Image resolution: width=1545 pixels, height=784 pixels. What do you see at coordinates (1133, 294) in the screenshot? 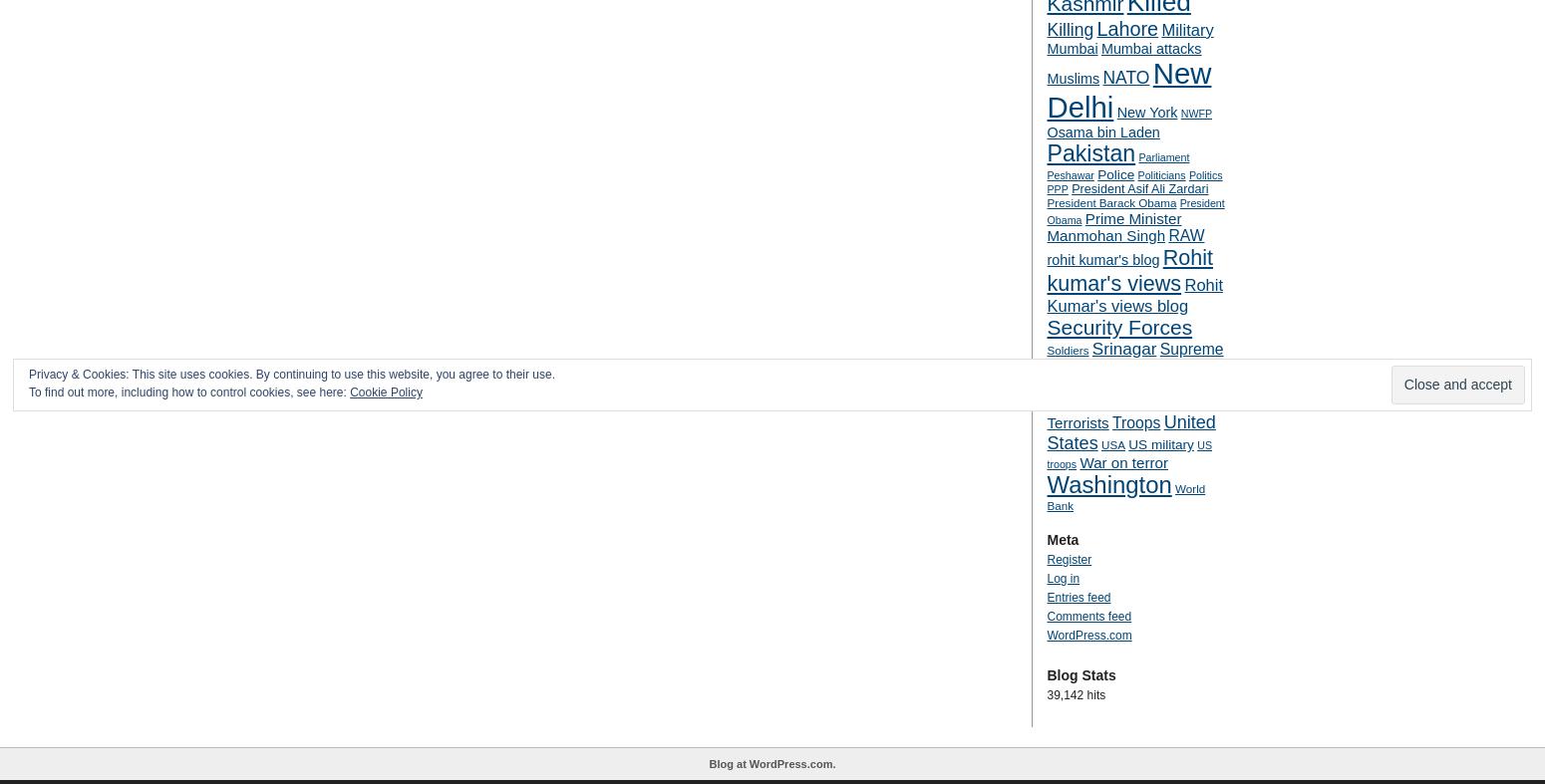
I see `'Rohit Kumar's views blog'` at bounding box center [1133, 294].